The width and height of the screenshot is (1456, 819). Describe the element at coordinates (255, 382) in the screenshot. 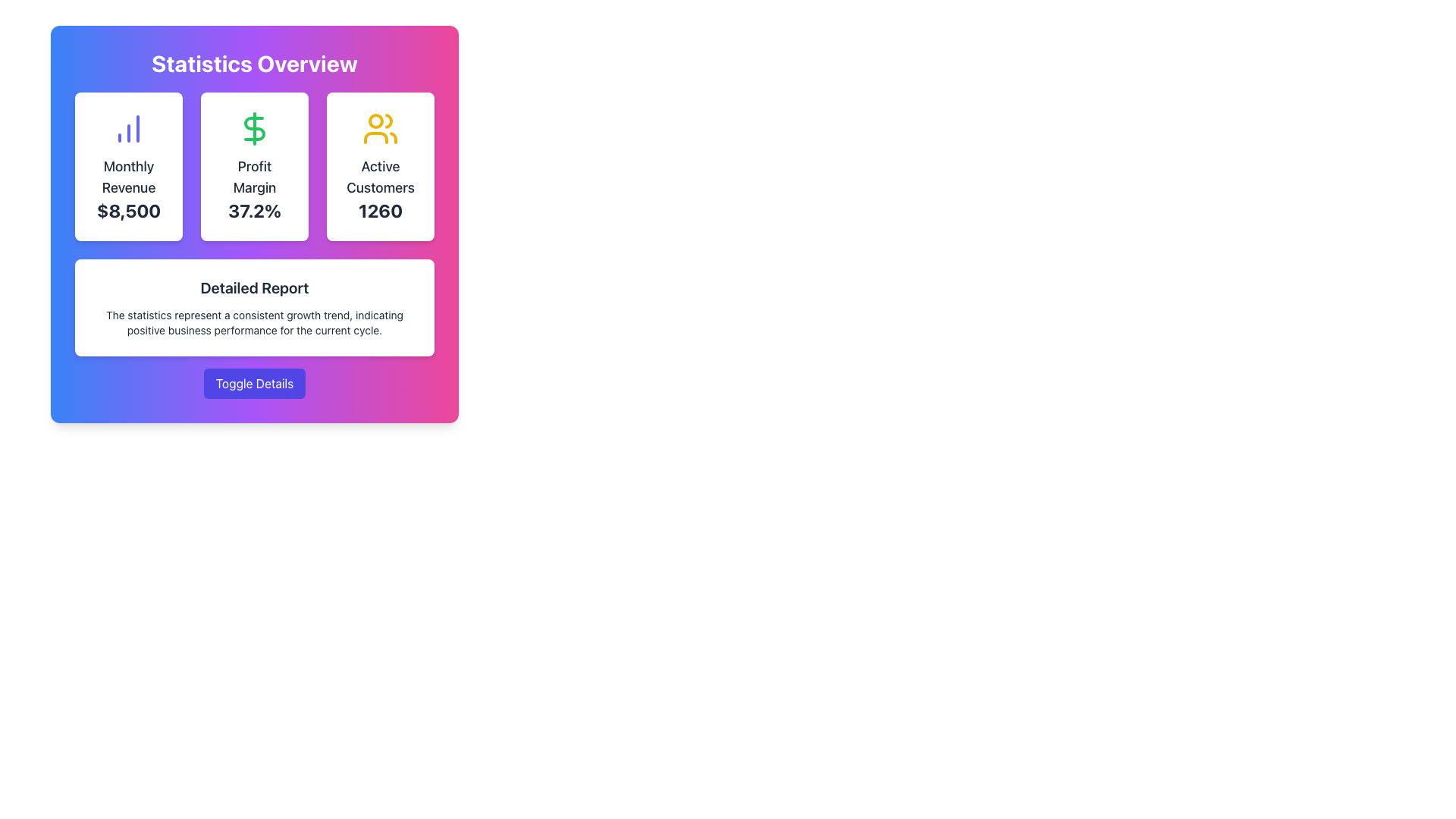

I see `the blue button labeled 'Toggle Details' to trigger the hover effects` at that location.